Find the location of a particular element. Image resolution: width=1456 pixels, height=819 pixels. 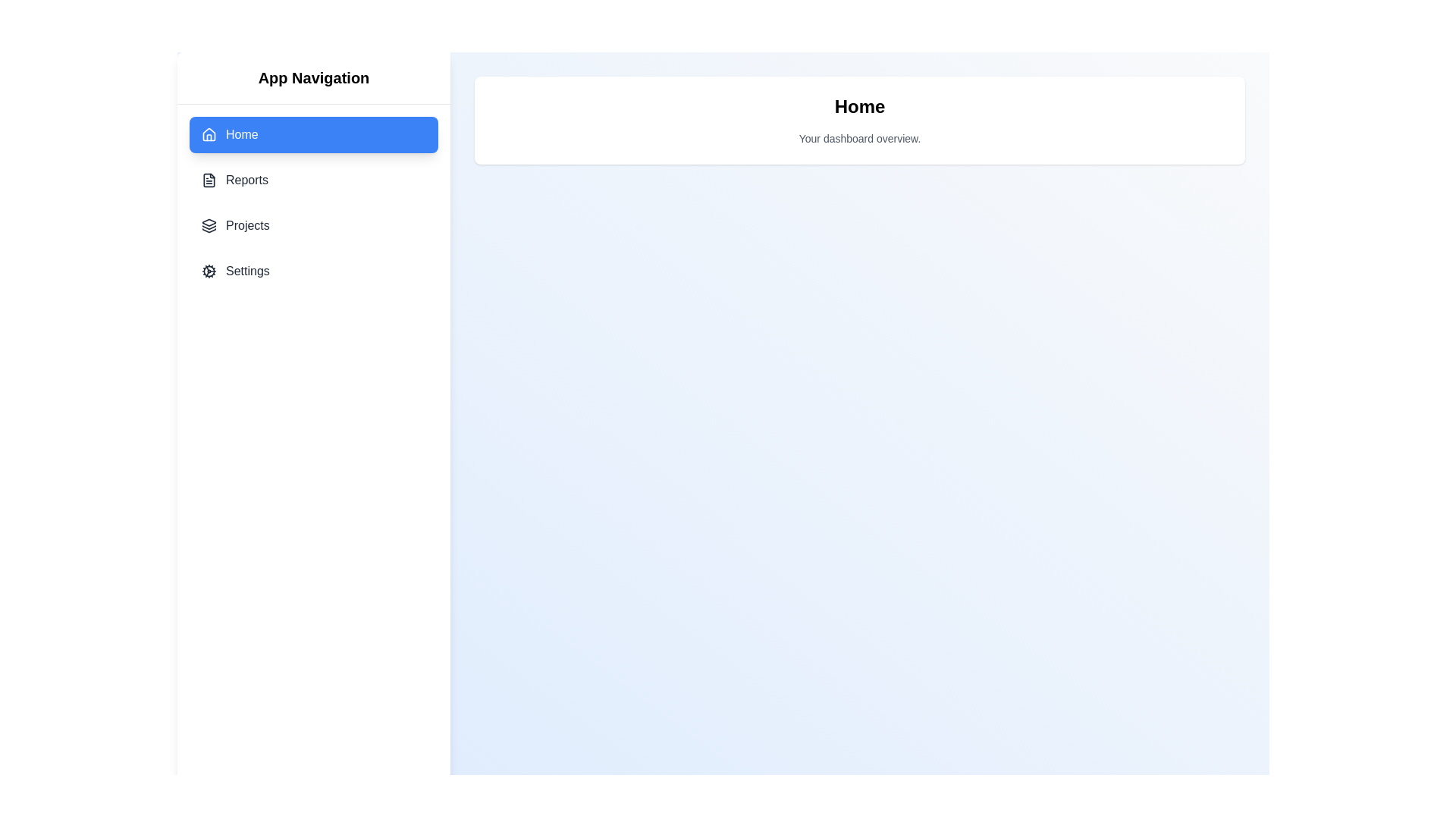

the menu item Settings to inspect its tooltip effect is located at coordinates (312, 271).